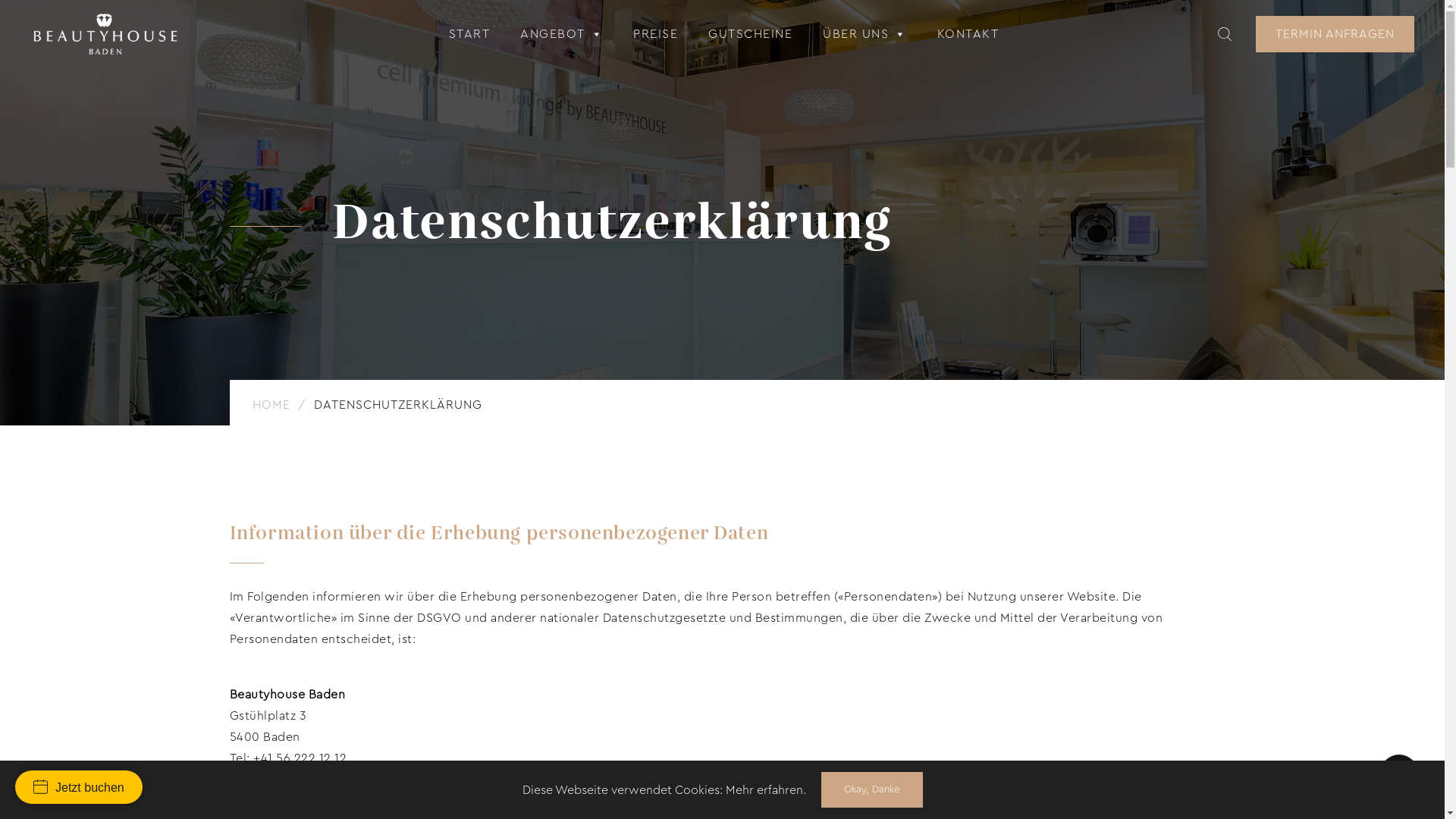  What do you see at coordinates (272, 403) in the screenshot?
I see `'HOME '` at bounding box center [272, 403].